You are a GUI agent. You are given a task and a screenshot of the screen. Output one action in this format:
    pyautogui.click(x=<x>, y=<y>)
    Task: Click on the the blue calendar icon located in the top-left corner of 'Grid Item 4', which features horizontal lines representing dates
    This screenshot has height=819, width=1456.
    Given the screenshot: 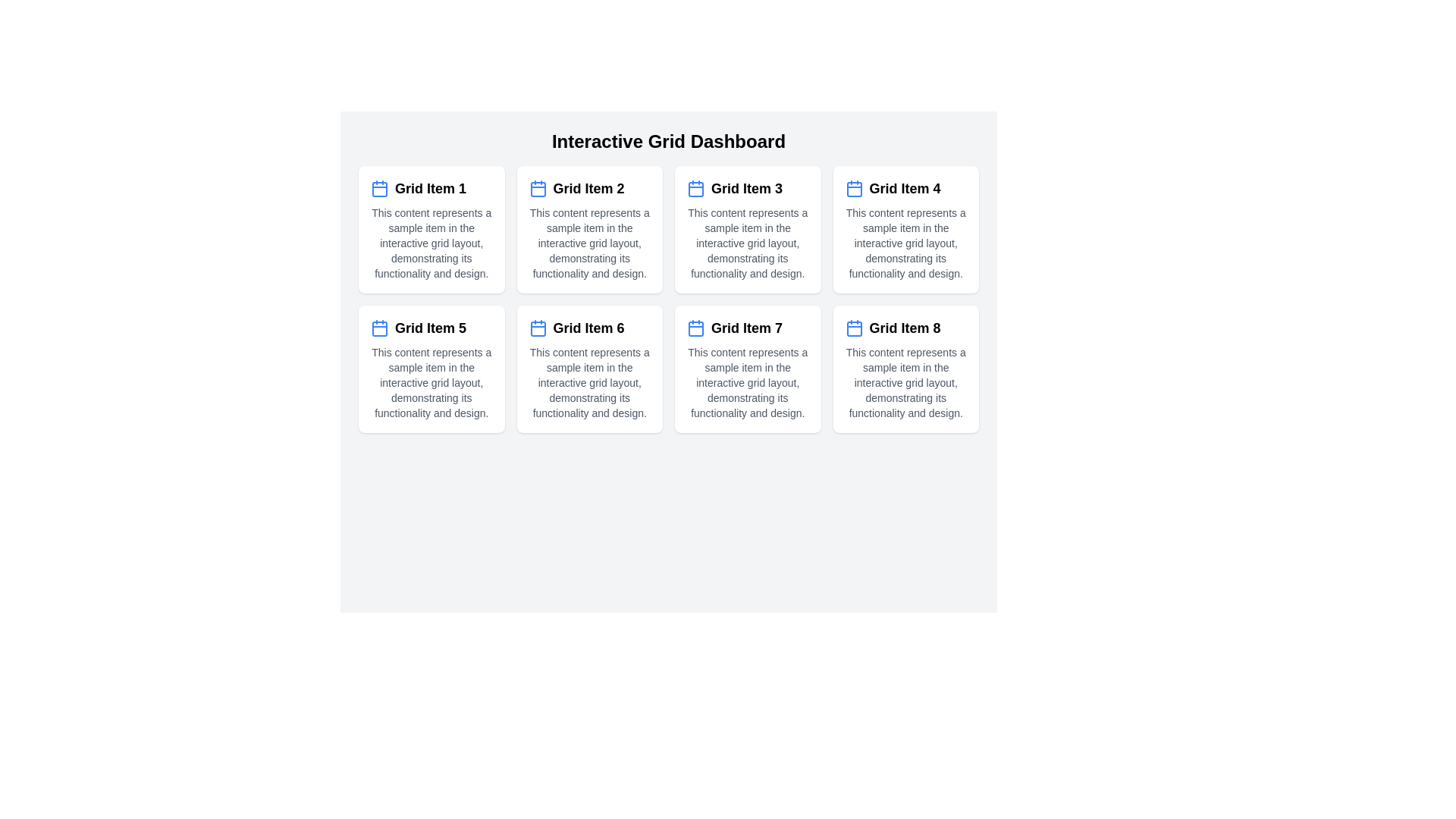 What is the action you would take?
    pyautogui.click(x=854, y=188)
    